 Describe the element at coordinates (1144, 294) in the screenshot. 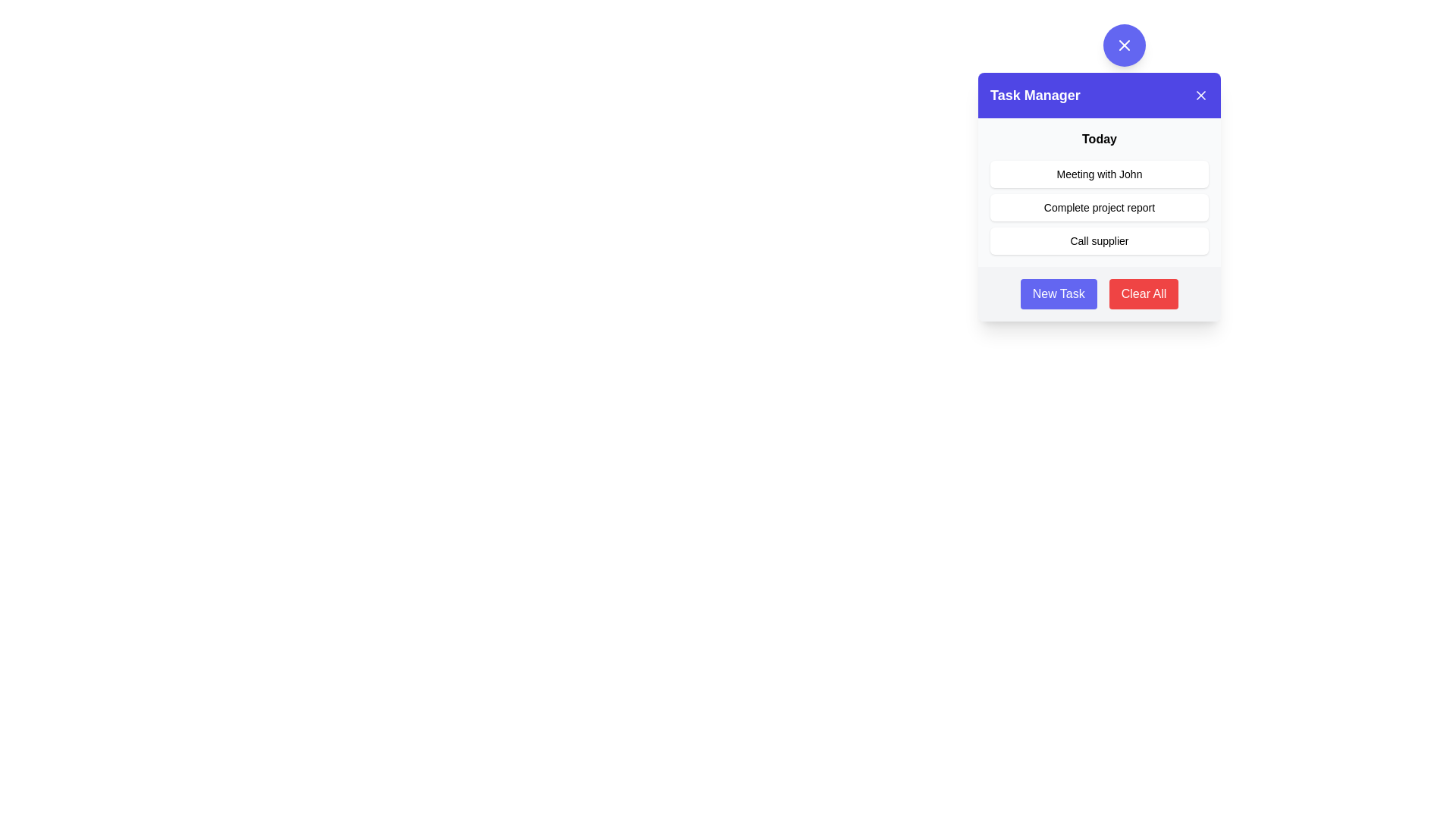

I see `the 'Clear All' button with a red background and white text located in the bottom-right corner of the 'Task Manager' panel` at that location.